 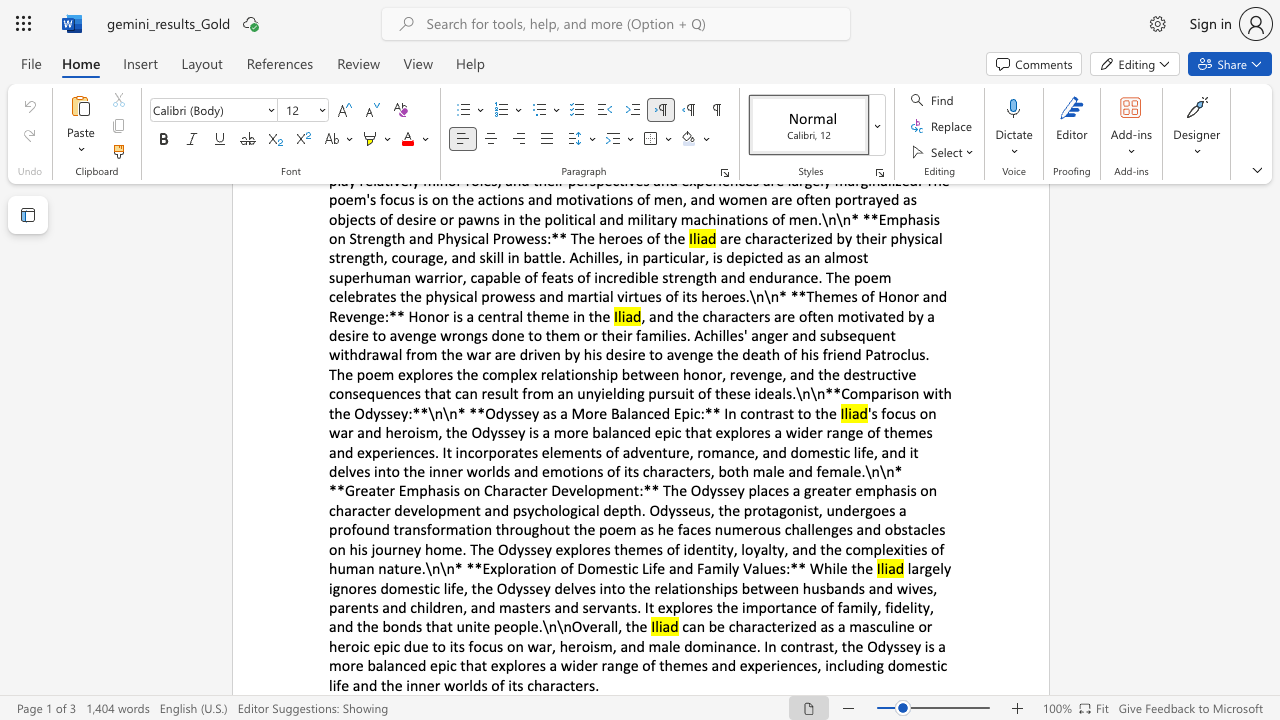 What do you see at coordinates (472, 646) in the screenshot?
I see `the subset text "ocus on war, heroism, and male dominan" within the text "can be characterized as a masculine or heroic epic due to its focus on war, heroism, and male dominance. In contrast, the Odyssey is a more balanced epic that explores a wider range of themes and experiences, including domestic life and the inner worlds of its characters."` at bounding box center [472, 646].